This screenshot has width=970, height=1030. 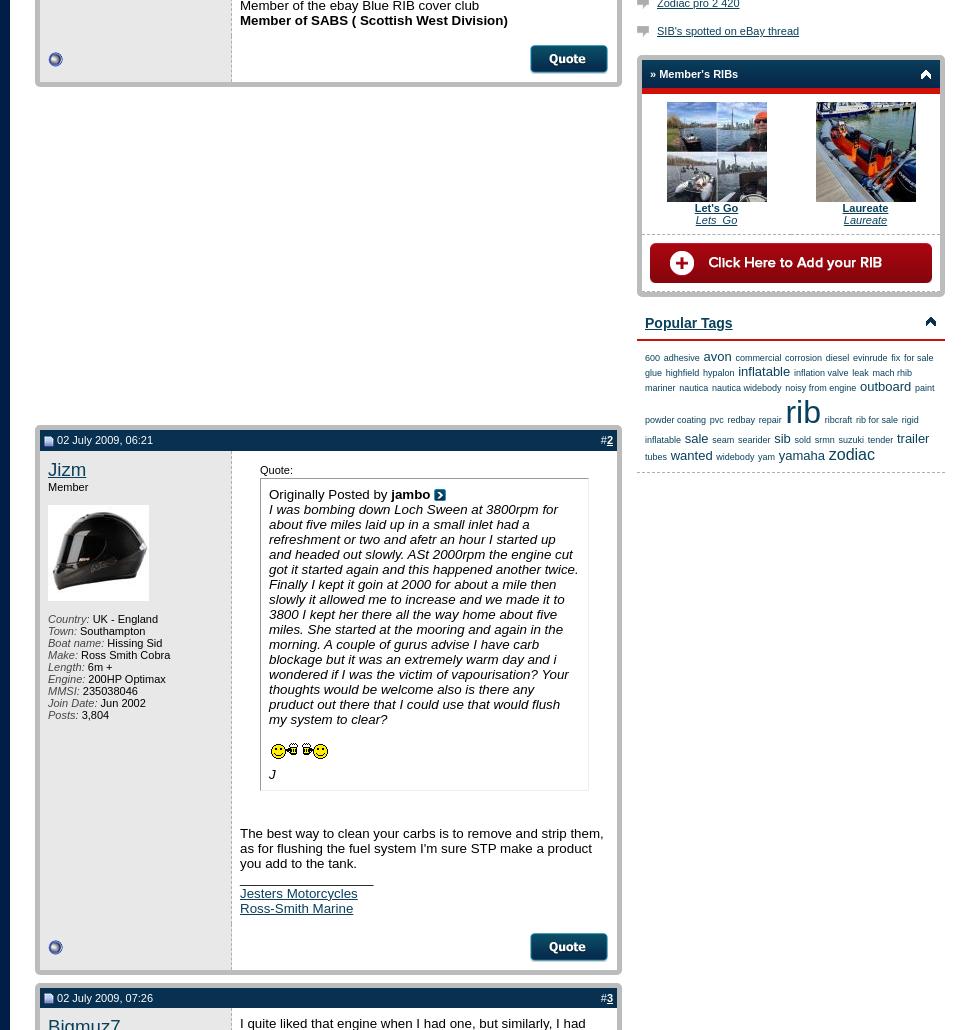 What do you see at coordinates (123, 653) in the screenshot?
I see `'Ross Smith Cobra'` at bounding box center [123, 653].